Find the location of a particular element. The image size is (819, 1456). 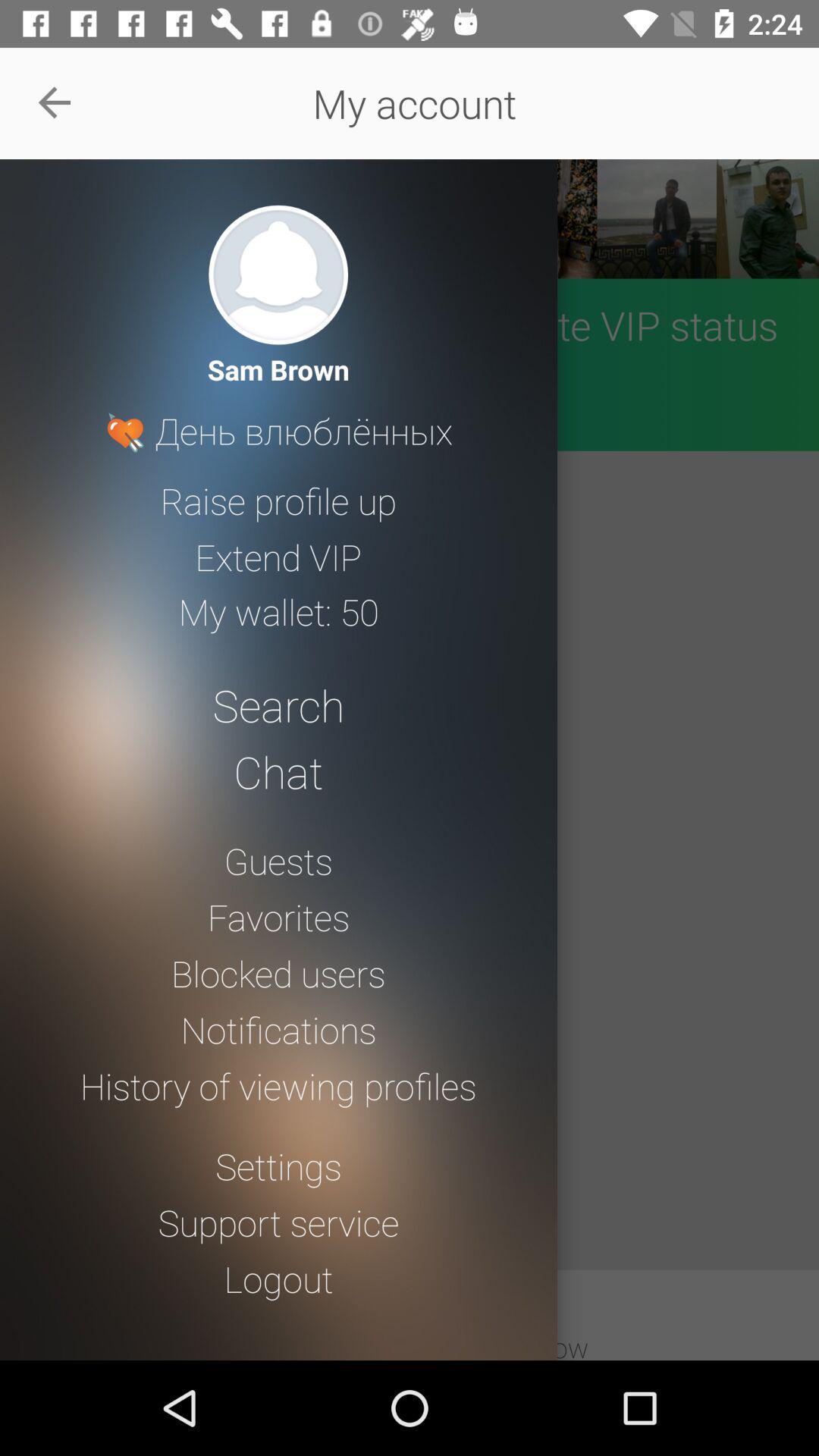

the text below extend vip is located at coordinates (278, 611).